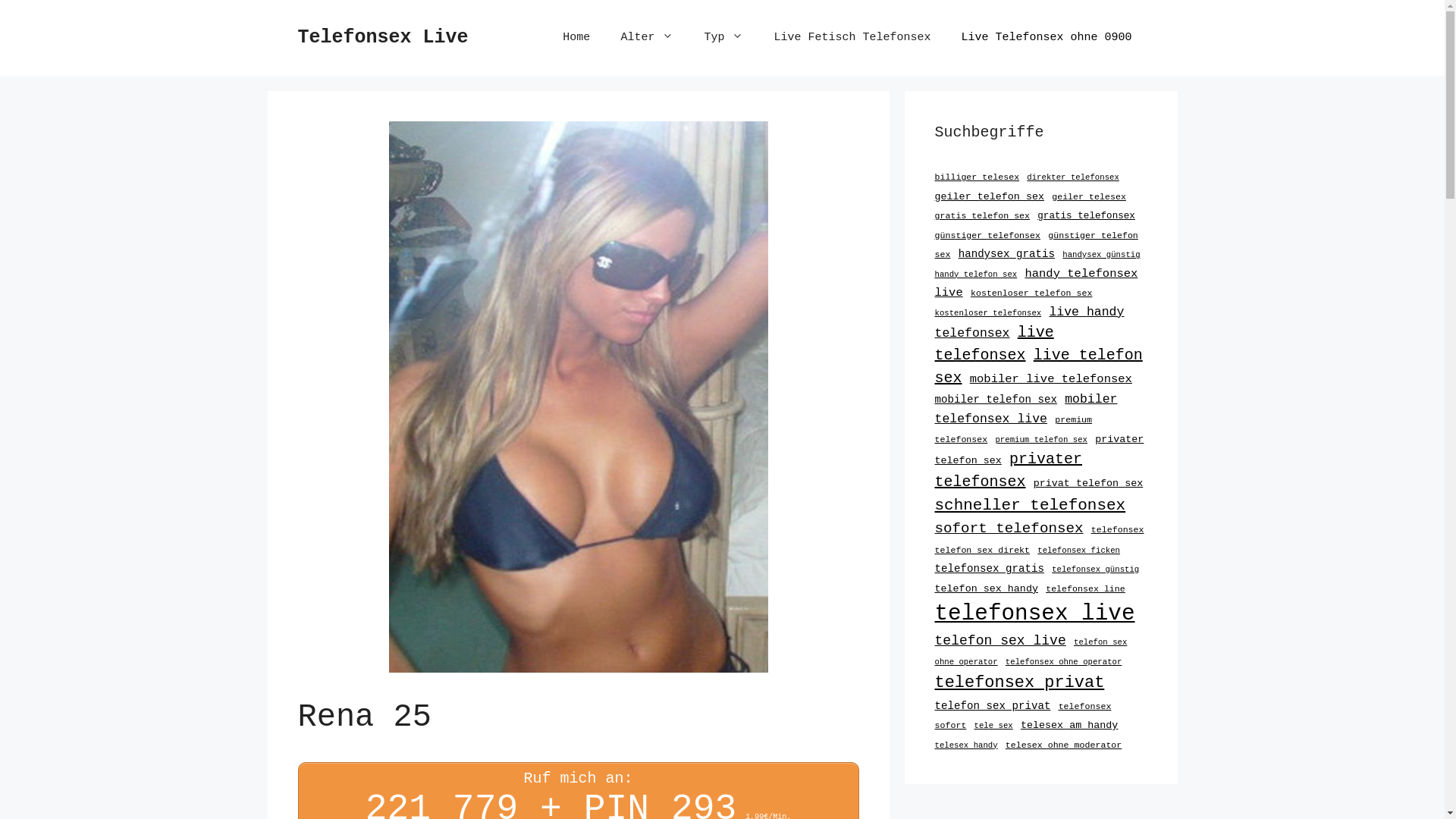  Describe the element at coordinates (1085, 216) in the screenshot. I see `'gratis telefonsex'` at that location.